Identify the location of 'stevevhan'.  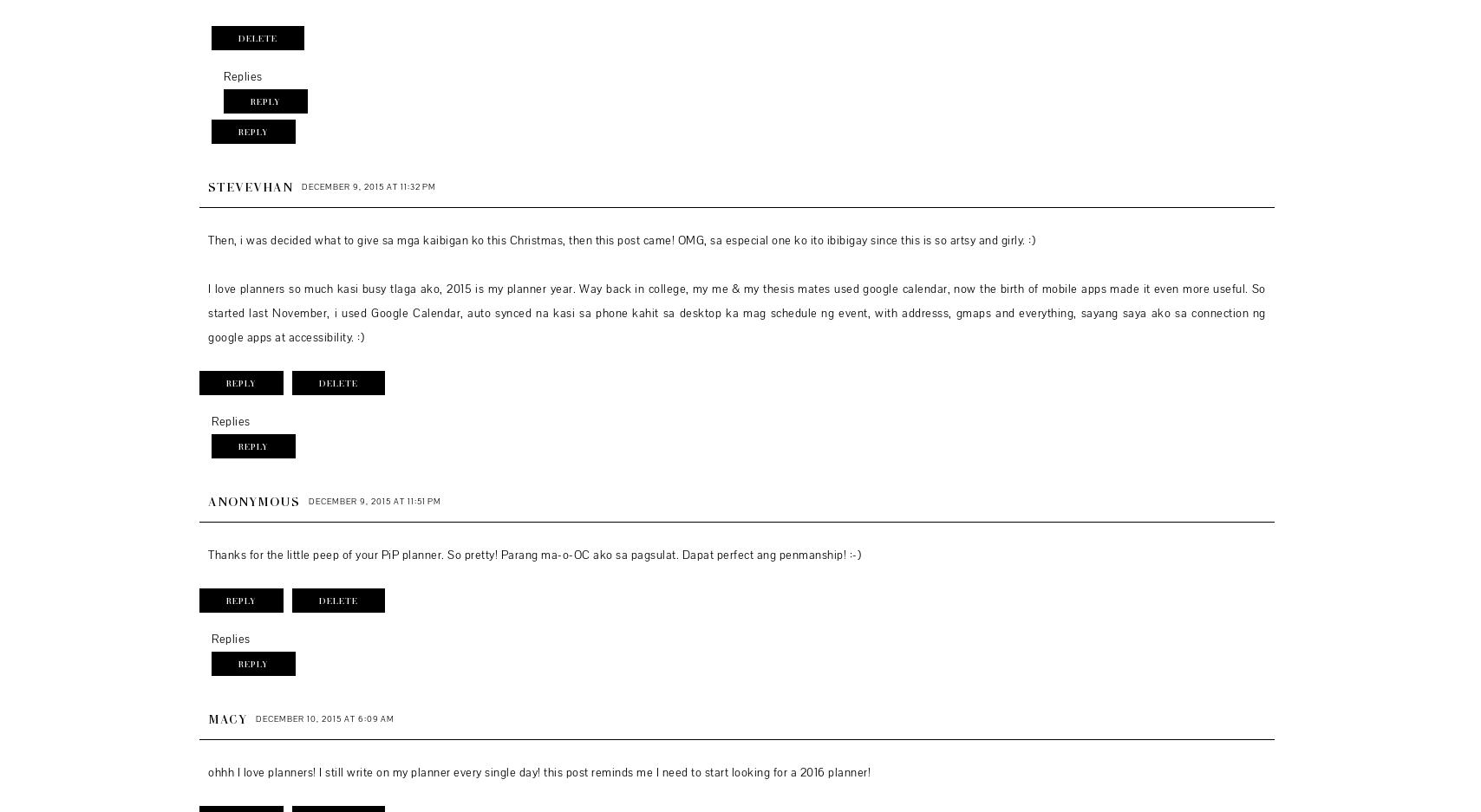
(250, 185).